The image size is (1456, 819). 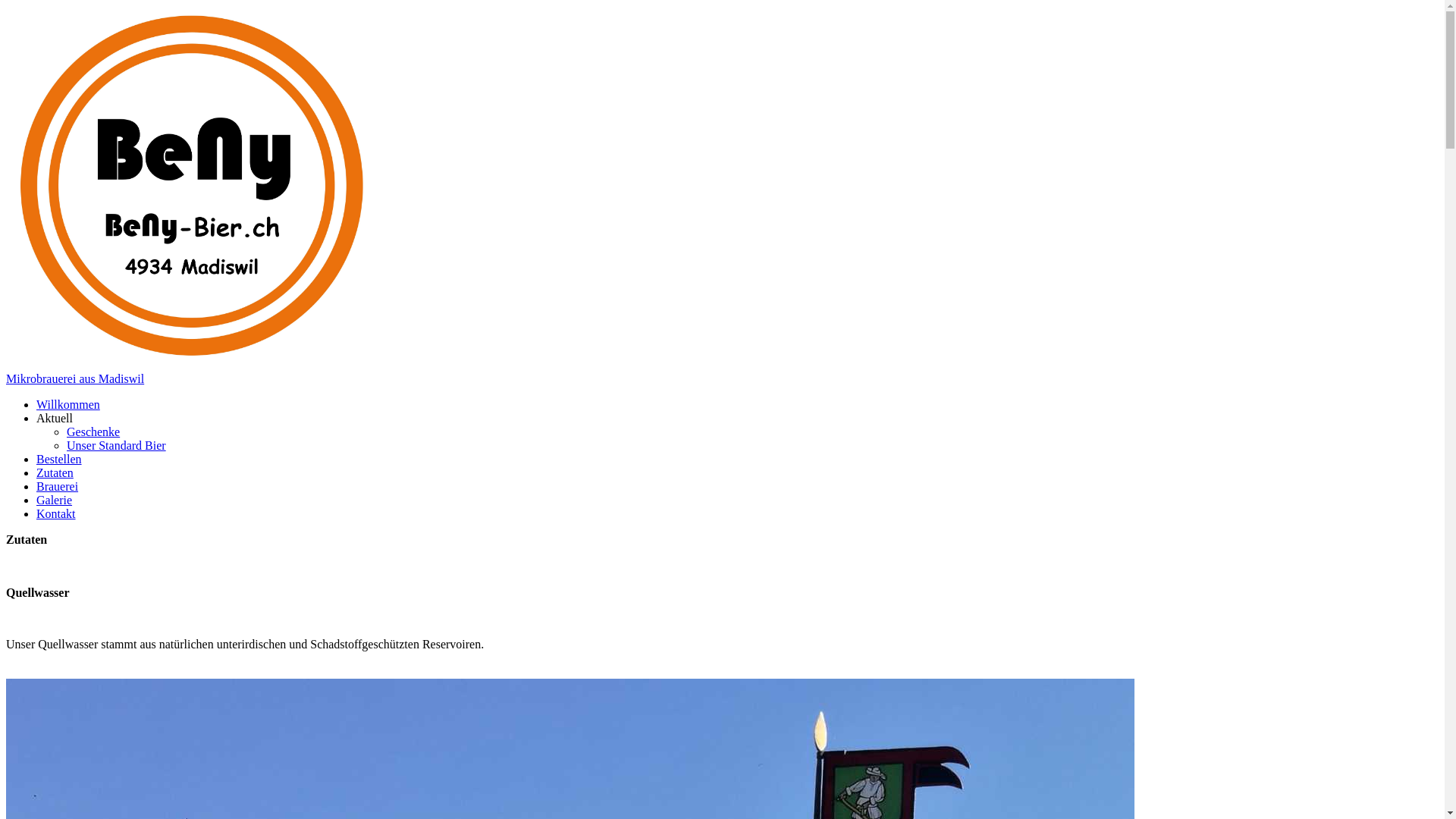 What do you see at coordinates (115, 444) in the screenshot?
I see `'Unser Standard Bier'` at bounding box center [115, 444].